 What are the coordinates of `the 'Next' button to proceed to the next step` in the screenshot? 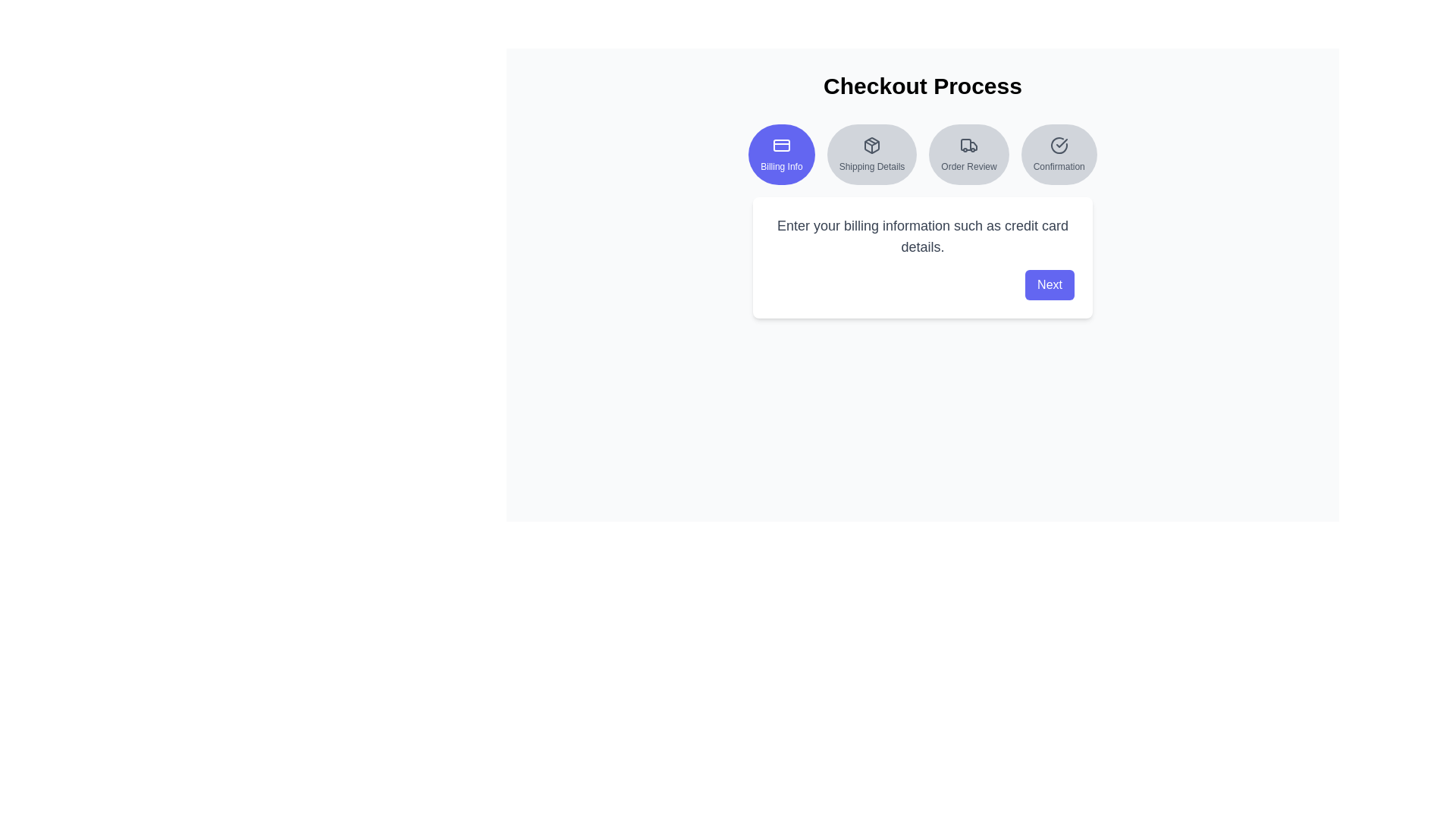 It's located at (1049, 284).